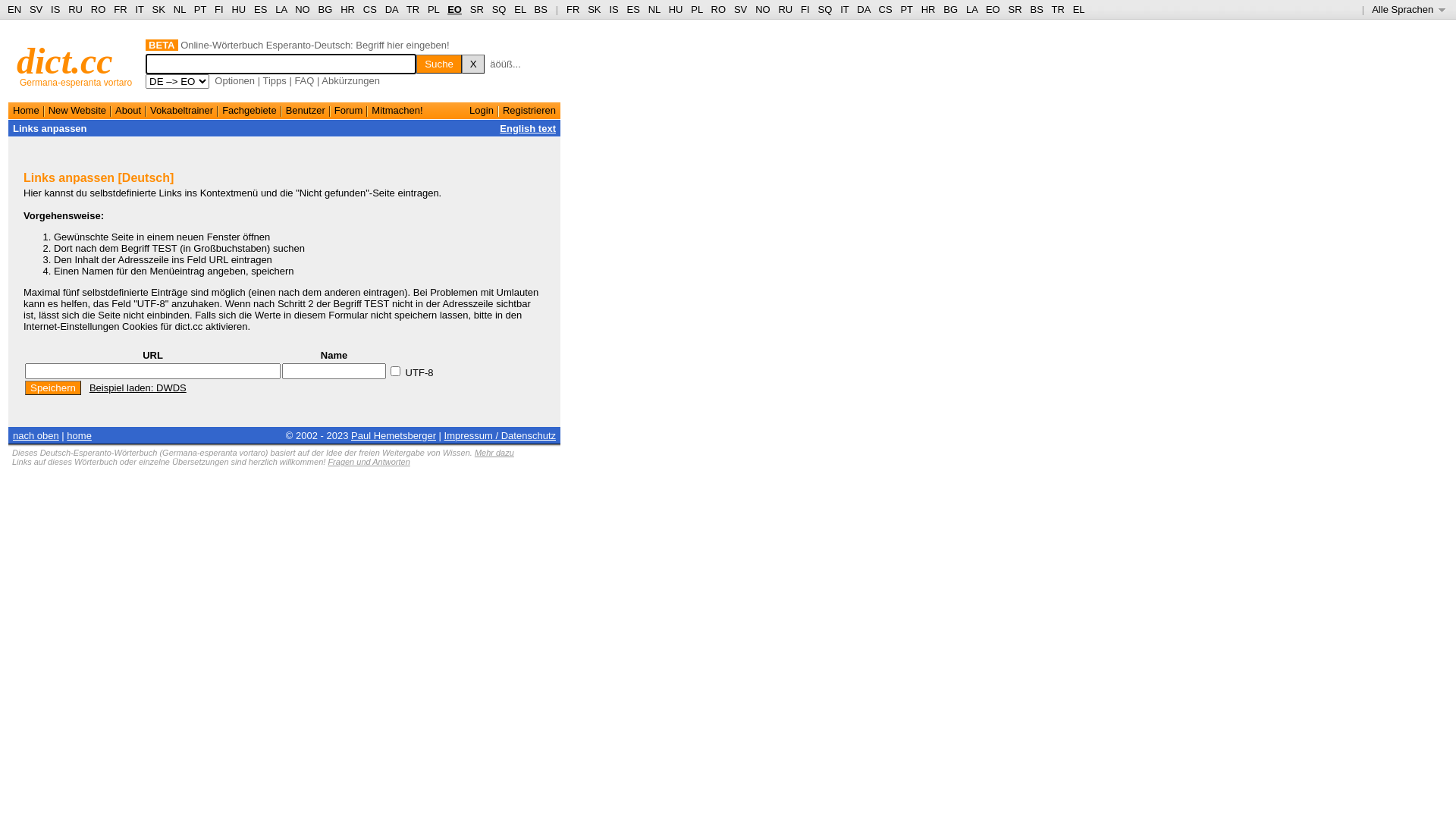  Describe the element at coordinates (286, 109) in the screenshot. I see `'Benutzer'` at that location.